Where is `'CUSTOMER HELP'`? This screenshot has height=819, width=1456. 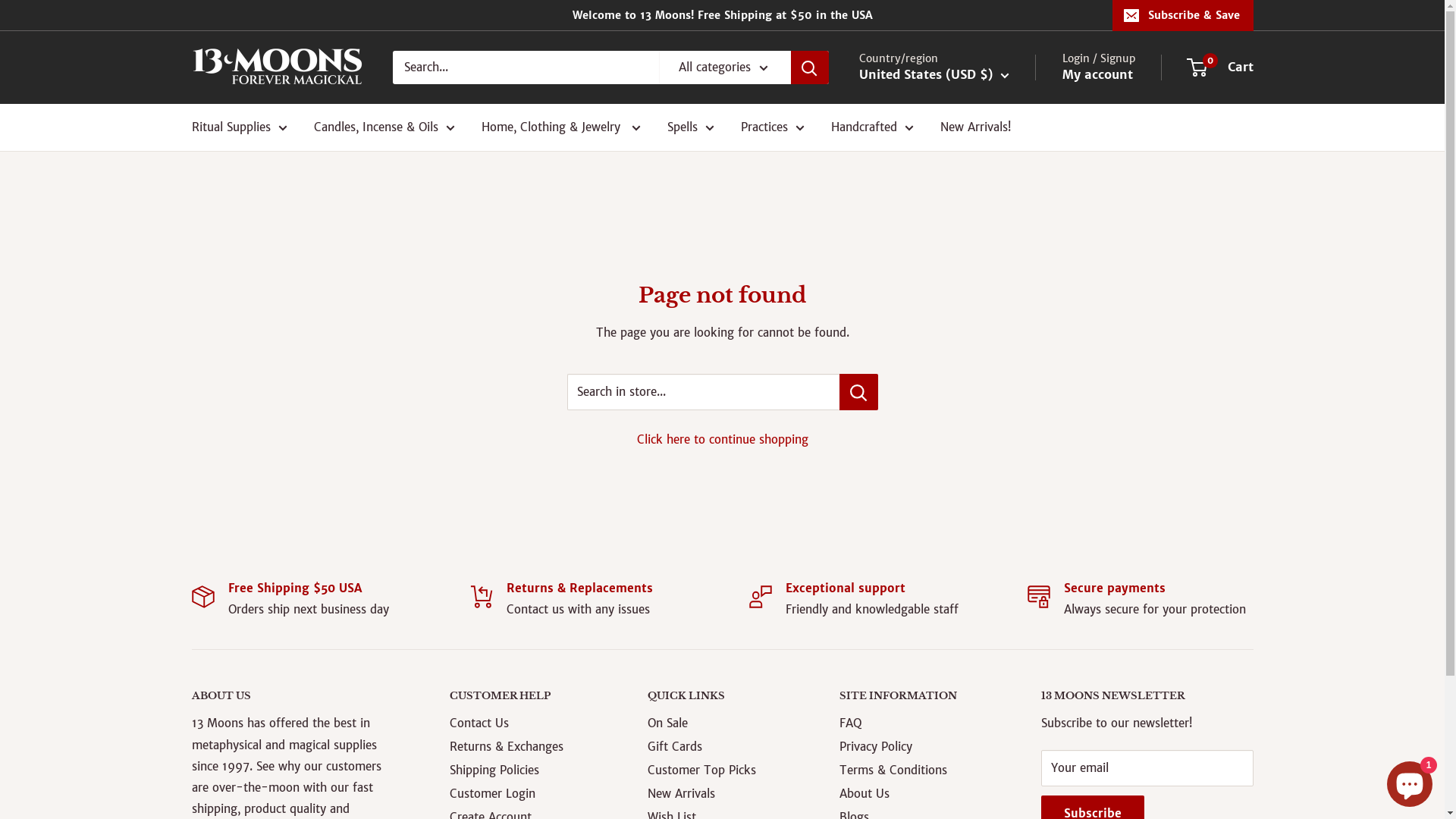 'CUSTOMER HELP' is located at coordinates (522, 696).